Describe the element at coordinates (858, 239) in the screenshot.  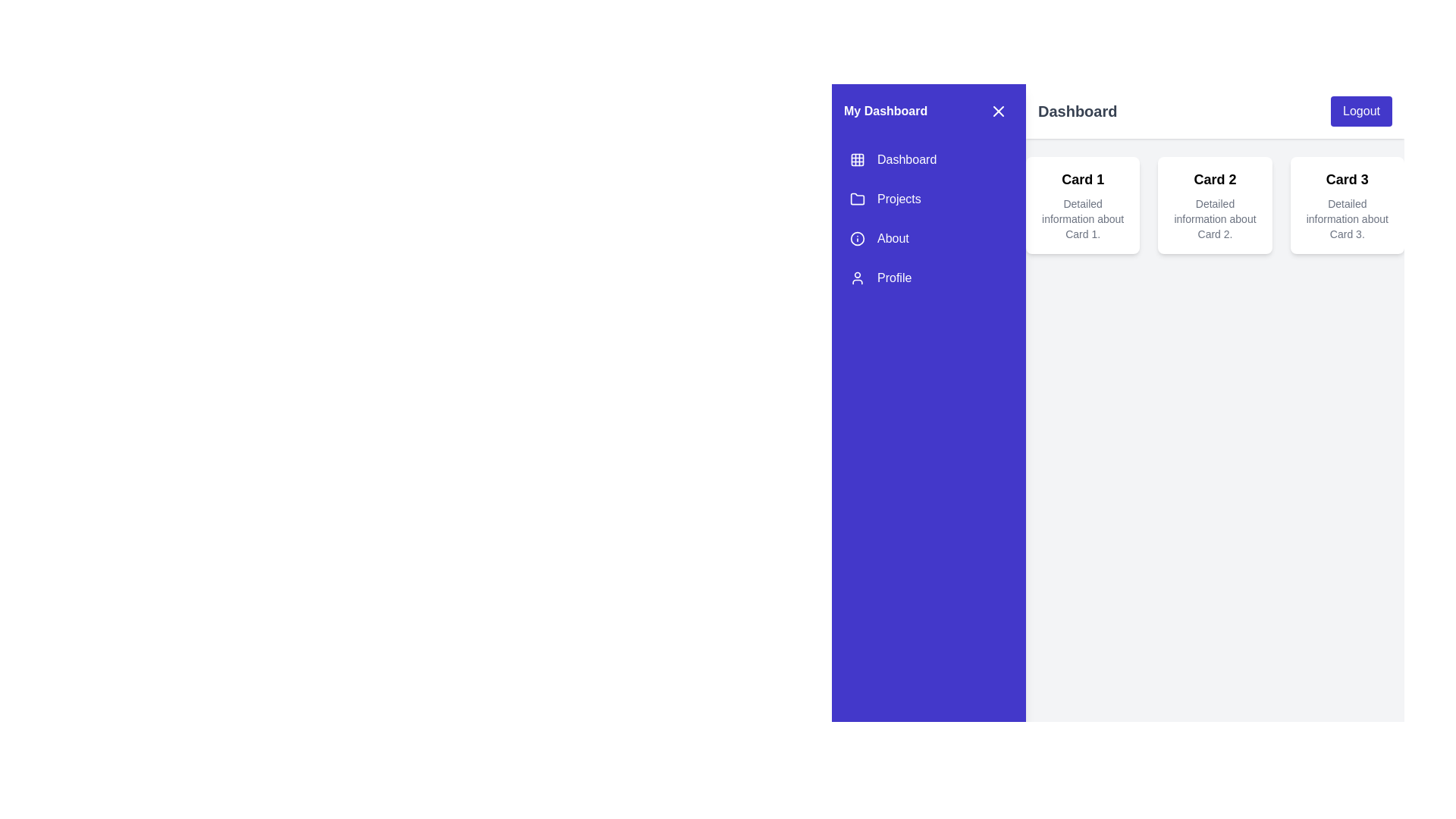
I see `the outlined information icon located to the left of the 'About' text in the vertical menu layout` at that location.